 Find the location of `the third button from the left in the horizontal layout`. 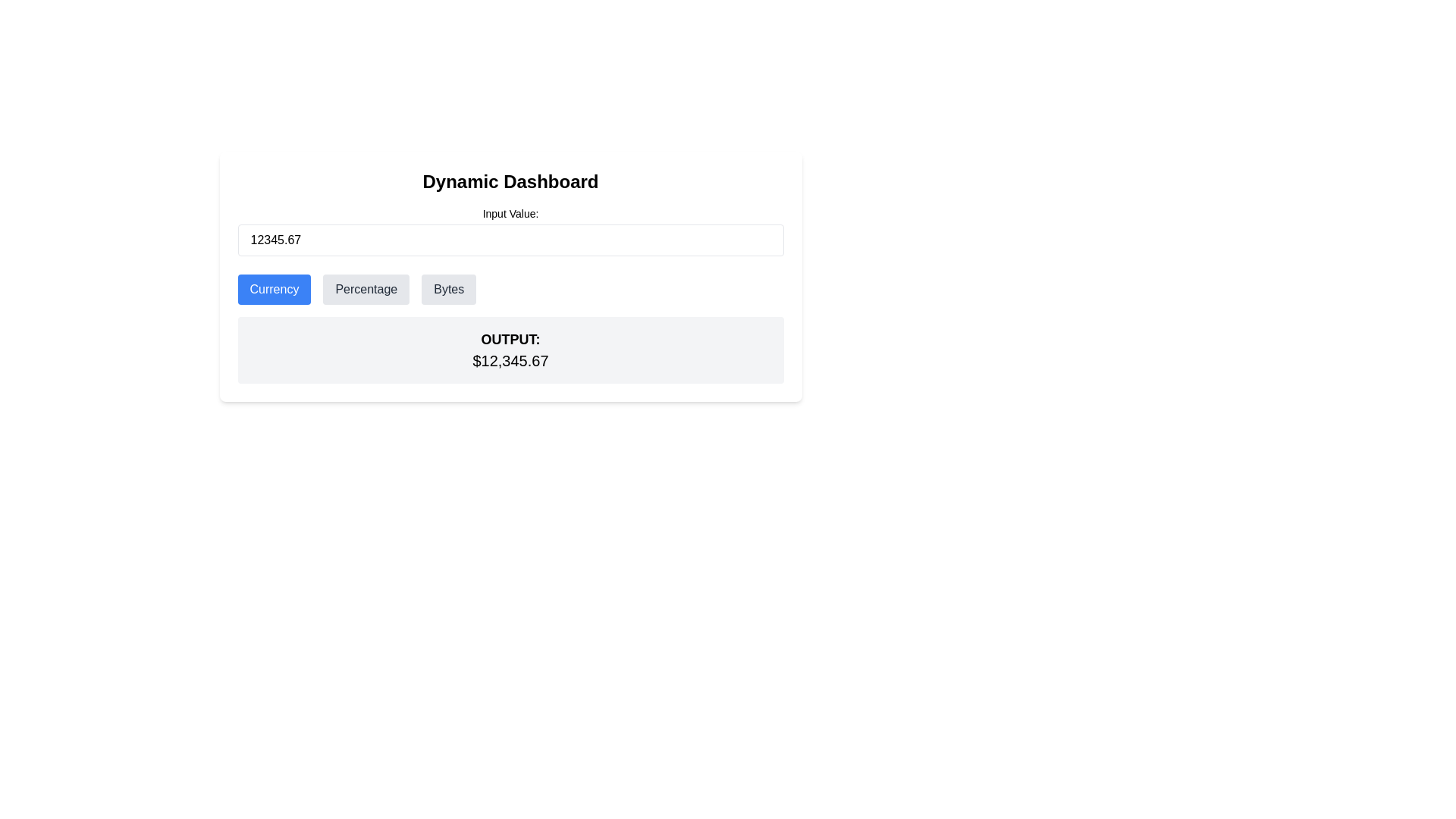

the third button from the left in the horizontal layout is located at coordinates (447, 289).